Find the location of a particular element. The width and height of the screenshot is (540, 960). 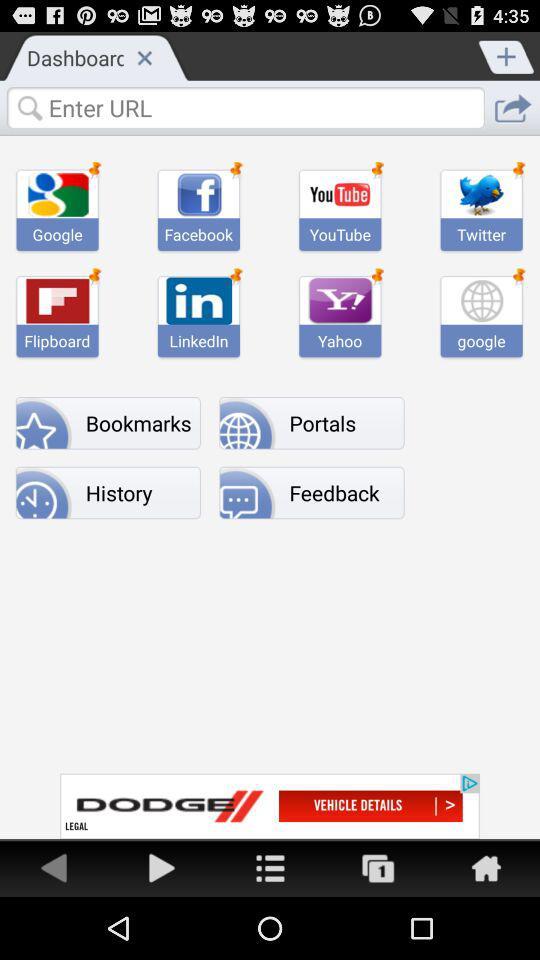

the list icon is located at coordinates (270, 928).